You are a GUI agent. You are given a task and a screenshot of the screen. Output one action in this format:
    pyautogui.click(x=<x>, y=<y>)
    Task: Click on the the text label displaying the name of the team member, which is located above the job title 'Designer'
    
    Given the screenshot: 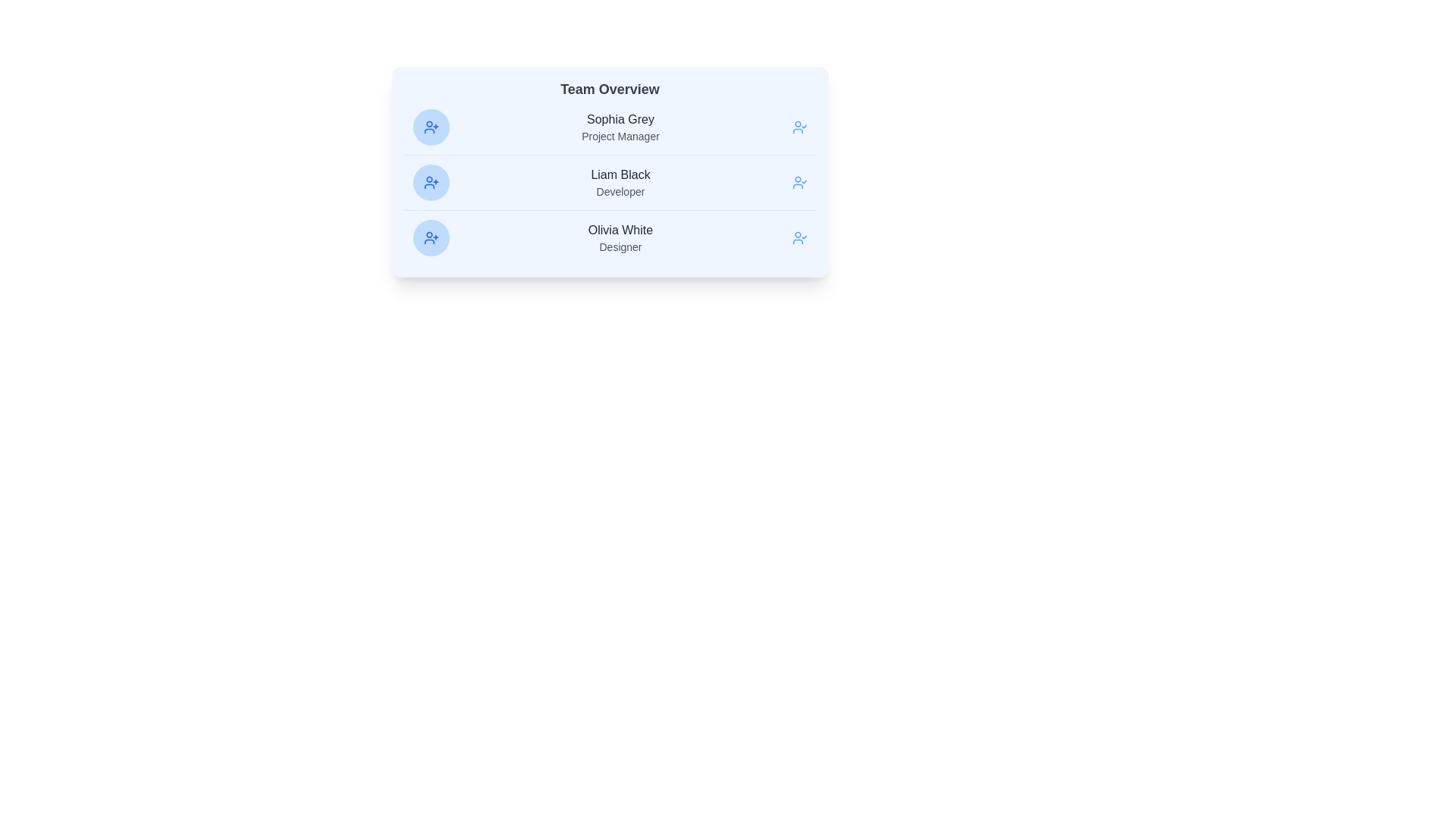 What is the action you would take?
    pyautogui.click(x=620, y=231)
    